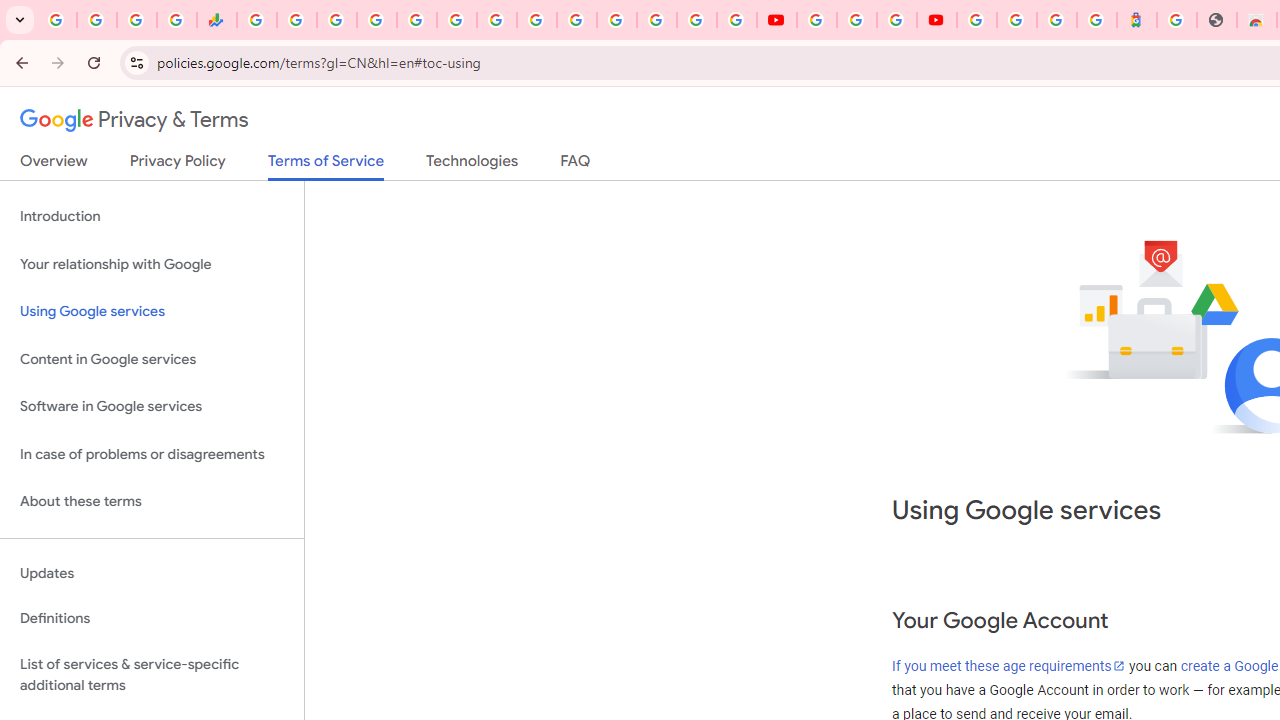 This screenshot has height=720, width=1280. What do you see at coordinates (151, 573) in the screenshot?
I see `'Updates'` at bounding box center [151, 573].